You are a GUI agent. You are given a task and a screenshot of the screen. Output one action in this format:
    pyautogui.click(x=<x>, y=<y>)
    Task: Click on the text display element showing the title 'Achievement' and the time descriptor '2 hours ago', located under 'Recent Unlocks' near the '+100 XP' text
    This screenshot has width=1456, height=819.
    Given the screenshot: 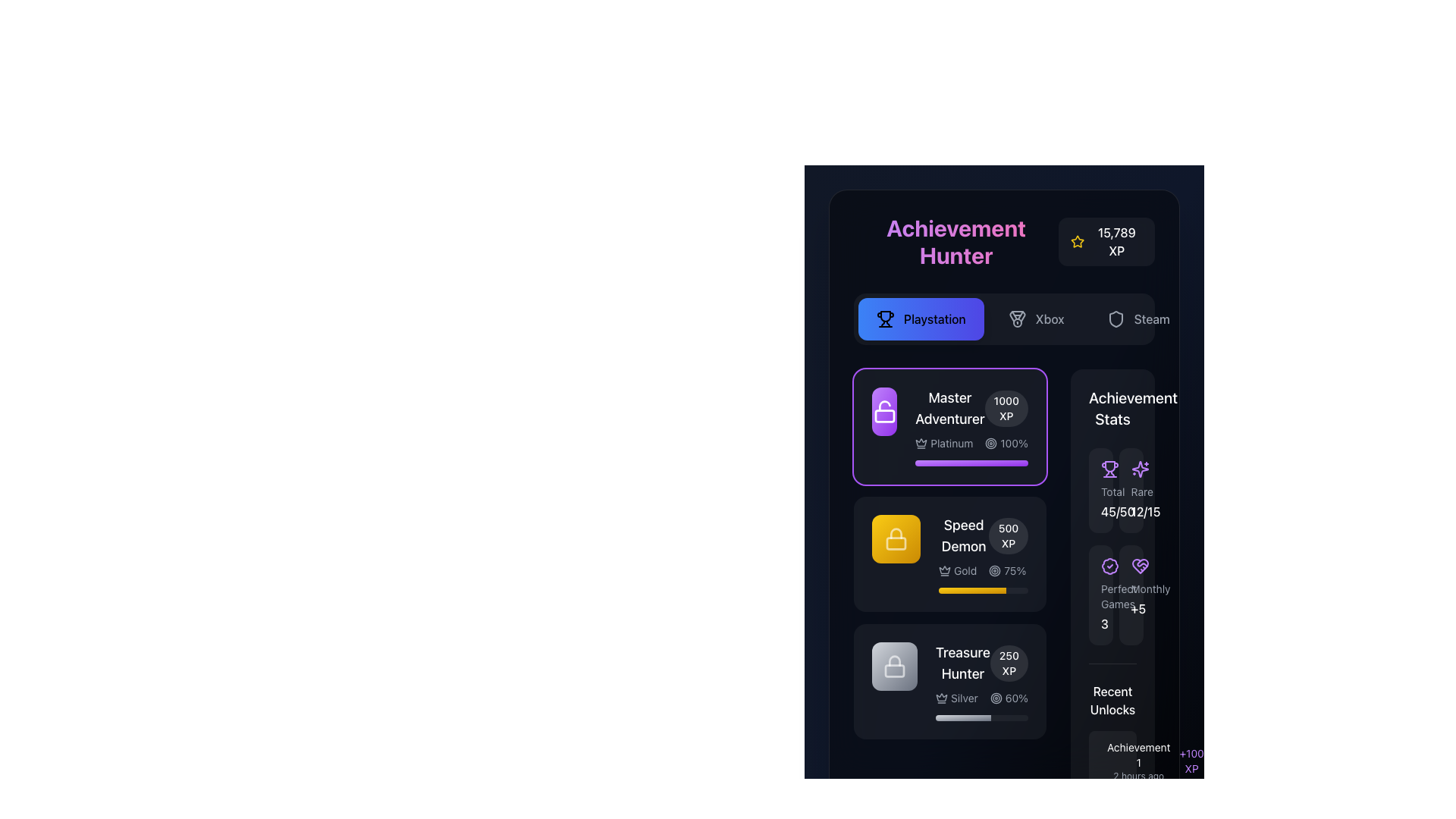 What is the action you would take?
    pyautogui.click(x=1138, y=761)
    